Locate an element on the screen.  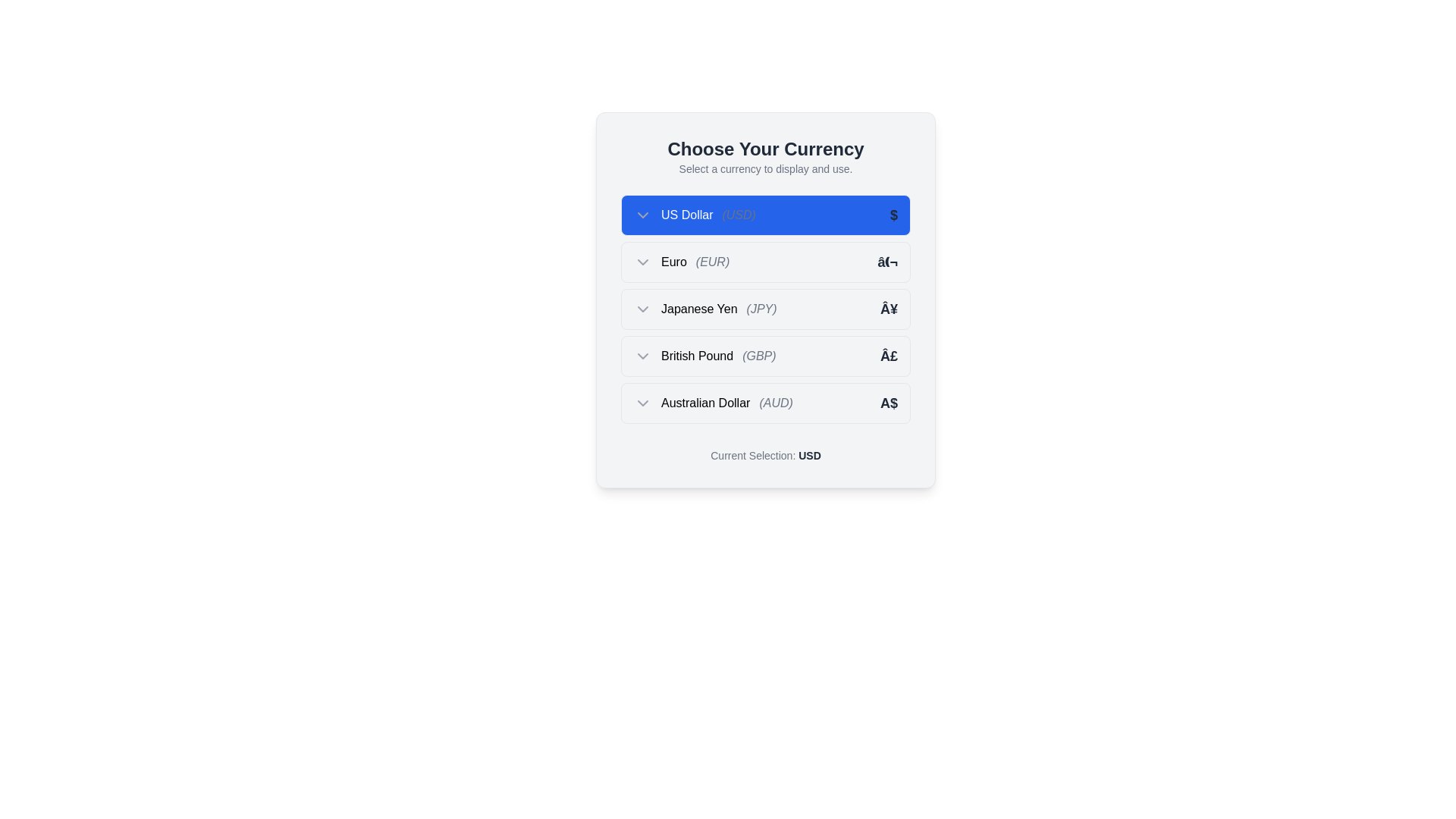
the 'Japanese Yen (JPY)' option in the currency selection dropdown, which is the third item in the list located between 'Euro (EUR)' and 'British Pound (GBP) is located at coordinates (765, 309).